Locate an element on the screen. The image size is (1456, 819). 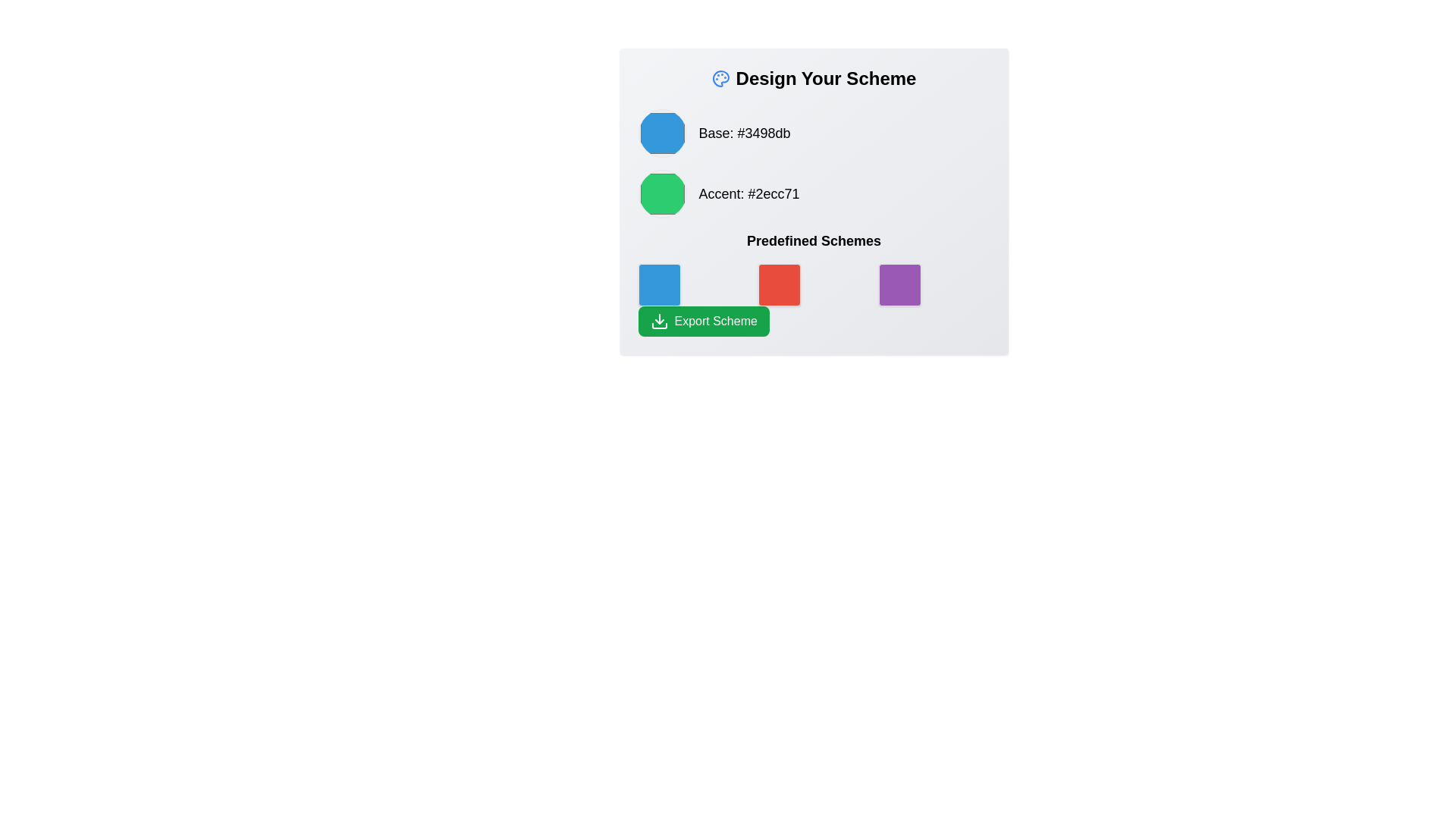
the icon that represents the theme or purpose of the interface related to designing or choosing color schemes, located to the left of the 'Design Your Scheme' header text is located at coordinates (720, 79).